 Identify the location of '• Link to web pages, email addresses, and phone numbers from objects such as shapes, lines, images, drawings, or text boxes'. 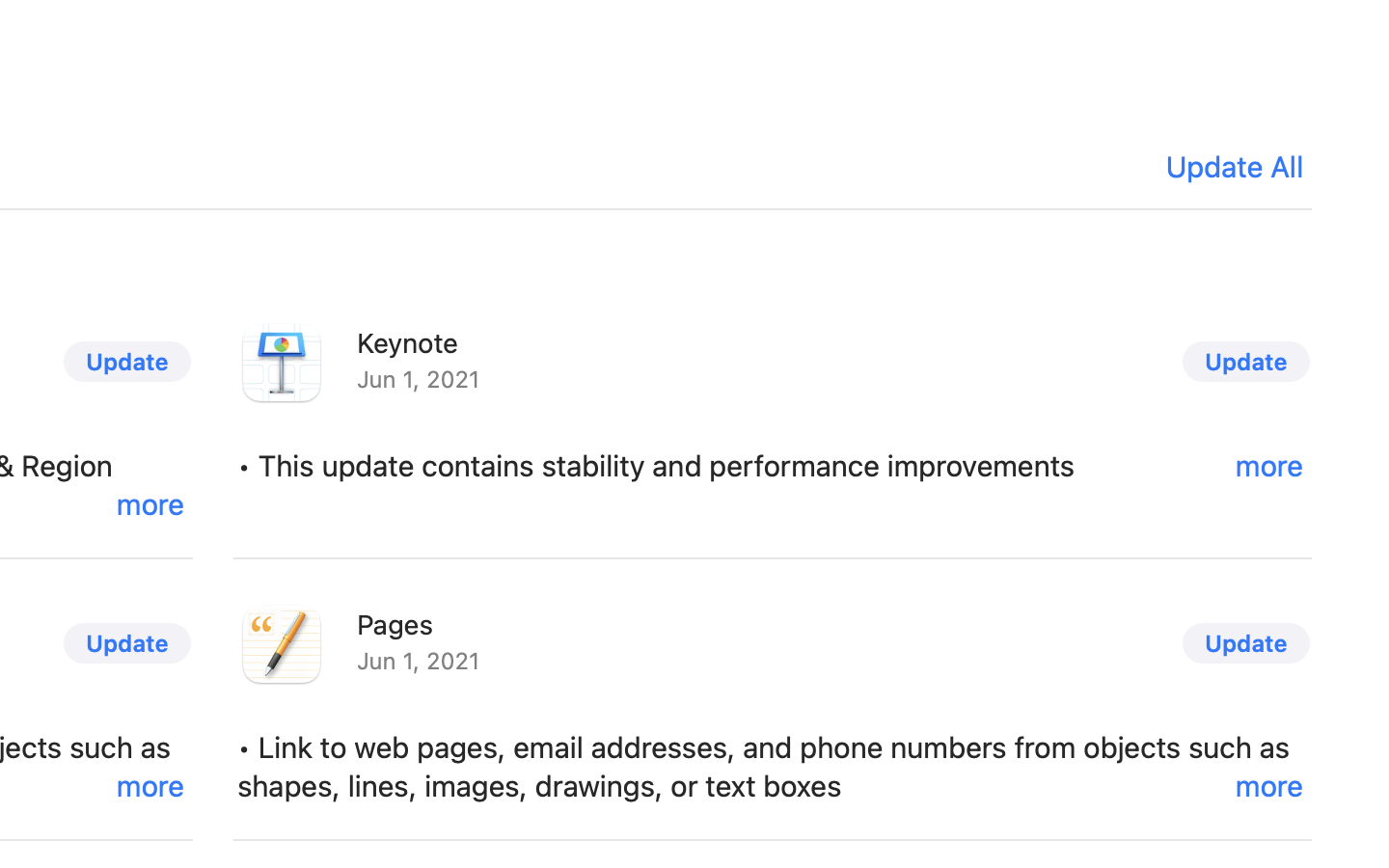
(773, 766).